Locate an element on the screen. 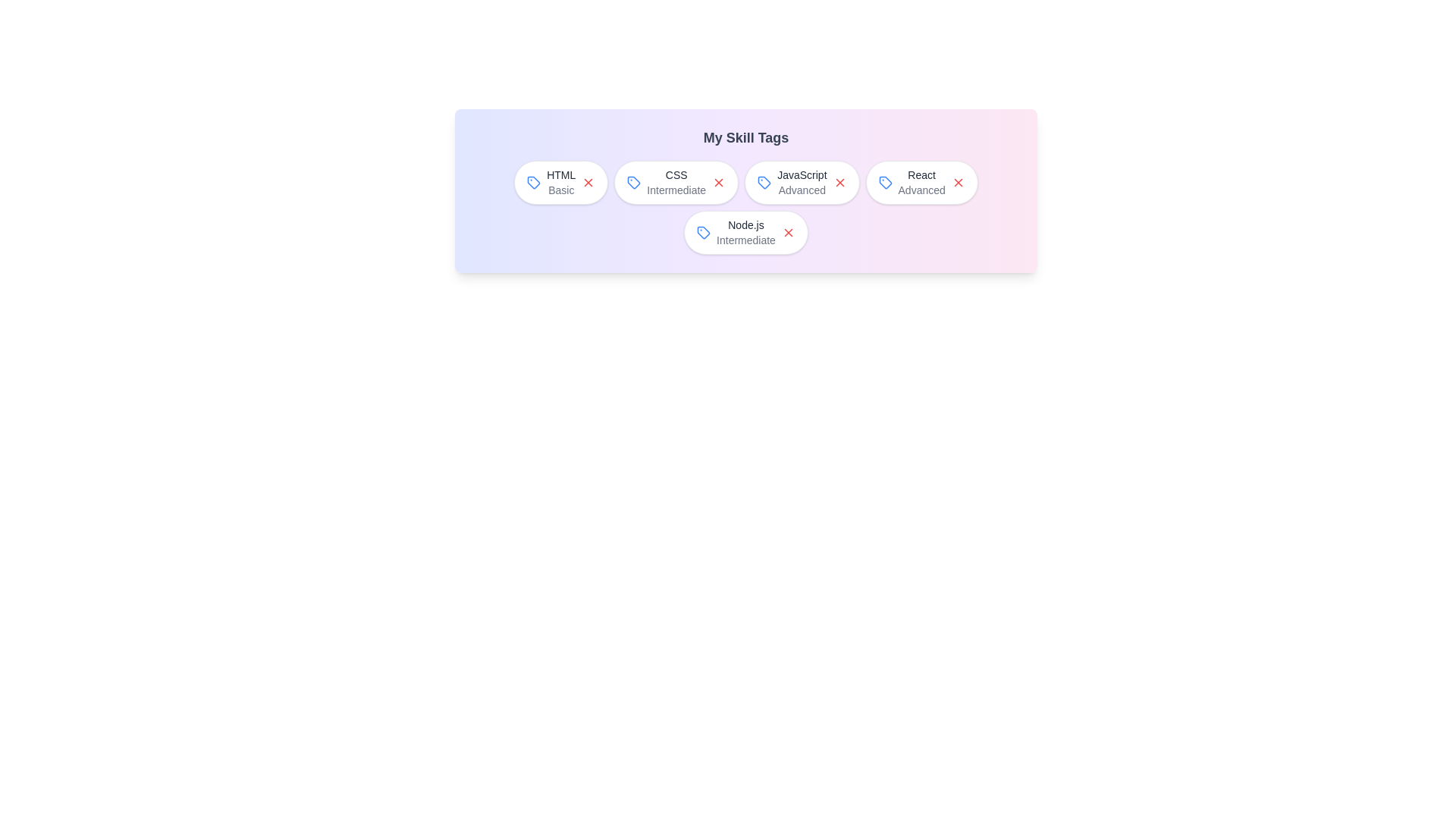 This screenshot has width=1456, height=819. close button of the skill tag with label HTML is located at coordinates (588, 181).